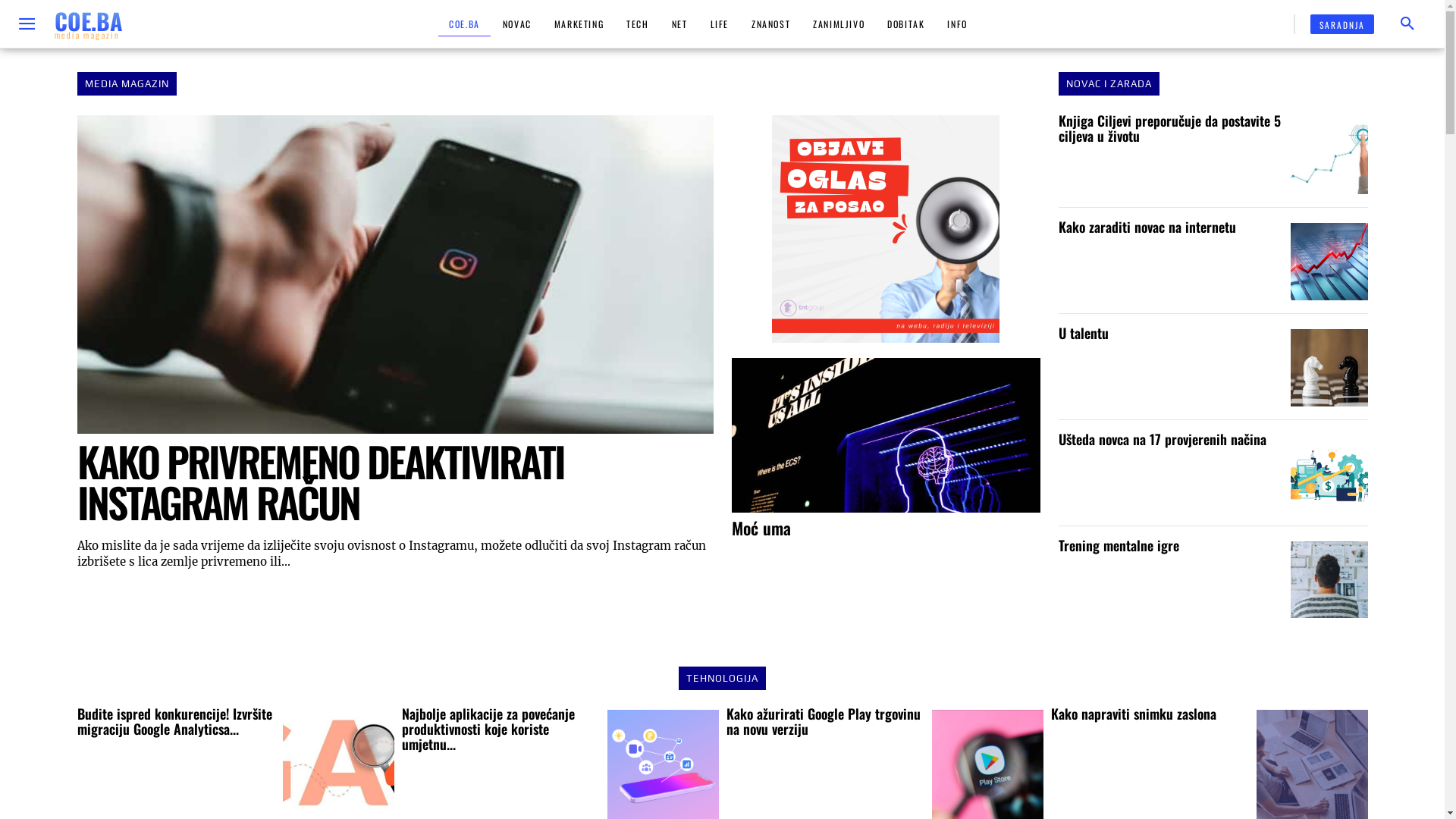 This screenshot has width=1456, height=819. I want to click on 'NOVAC I ZARADA', so click(1109, 83).